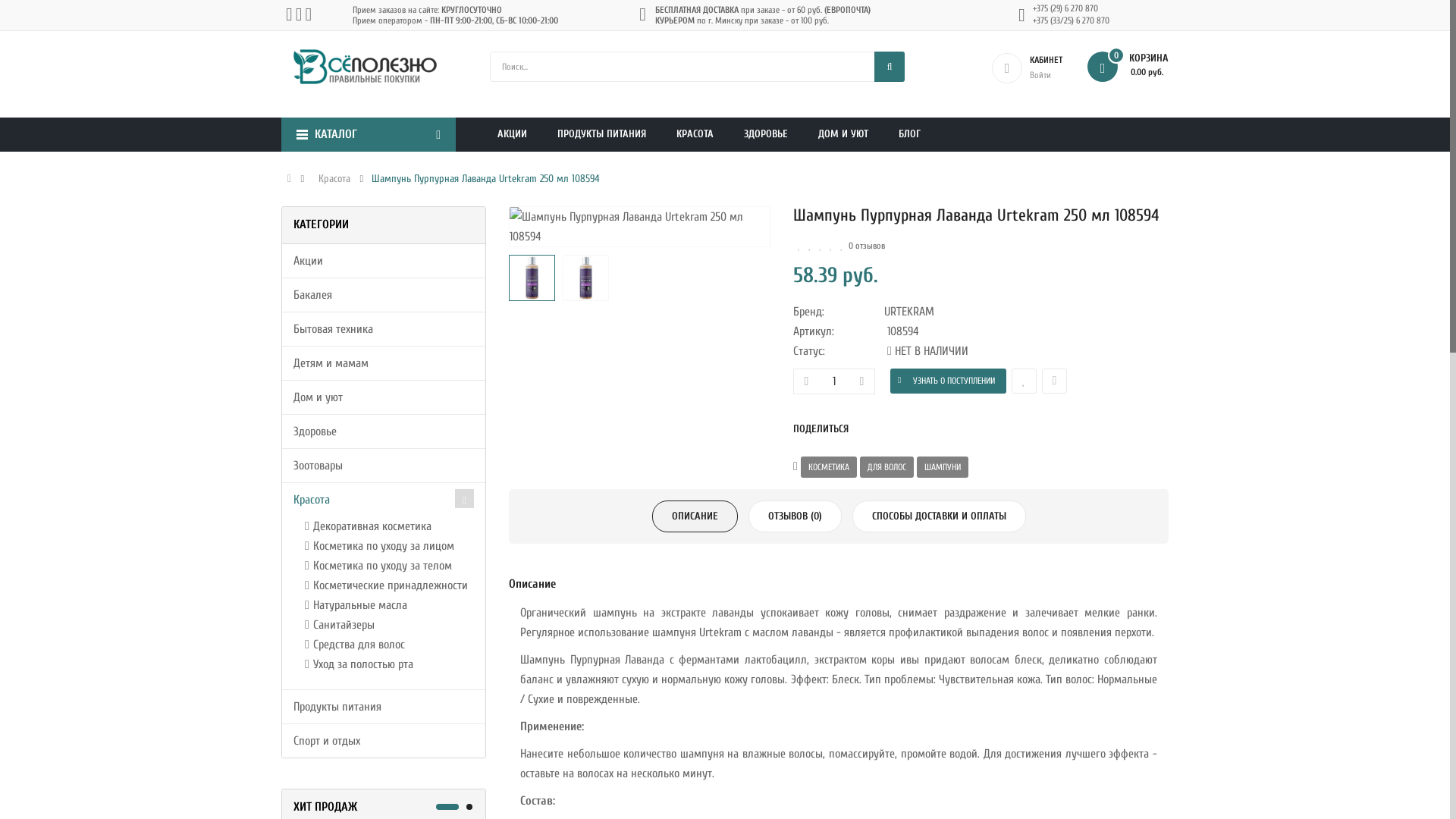 The height and width of the screenshot is (819, 1456). Describe the element at coordinates (1065, 8) in the screenshot. I see `'+375 (29) 6 270 870'` at that location.